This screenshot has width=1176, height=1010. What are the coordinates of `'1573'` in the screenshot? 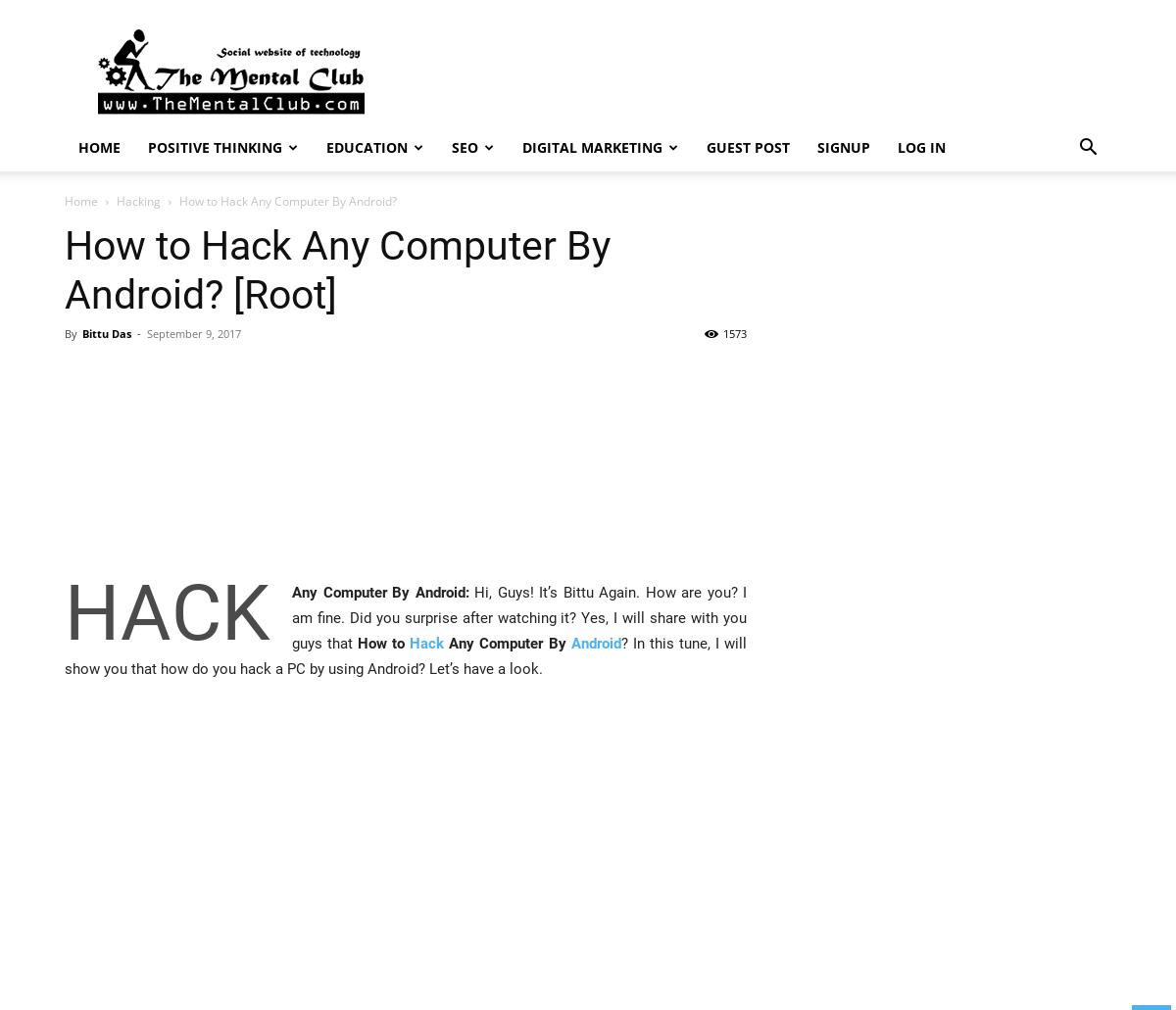 It's located at (735, 332).